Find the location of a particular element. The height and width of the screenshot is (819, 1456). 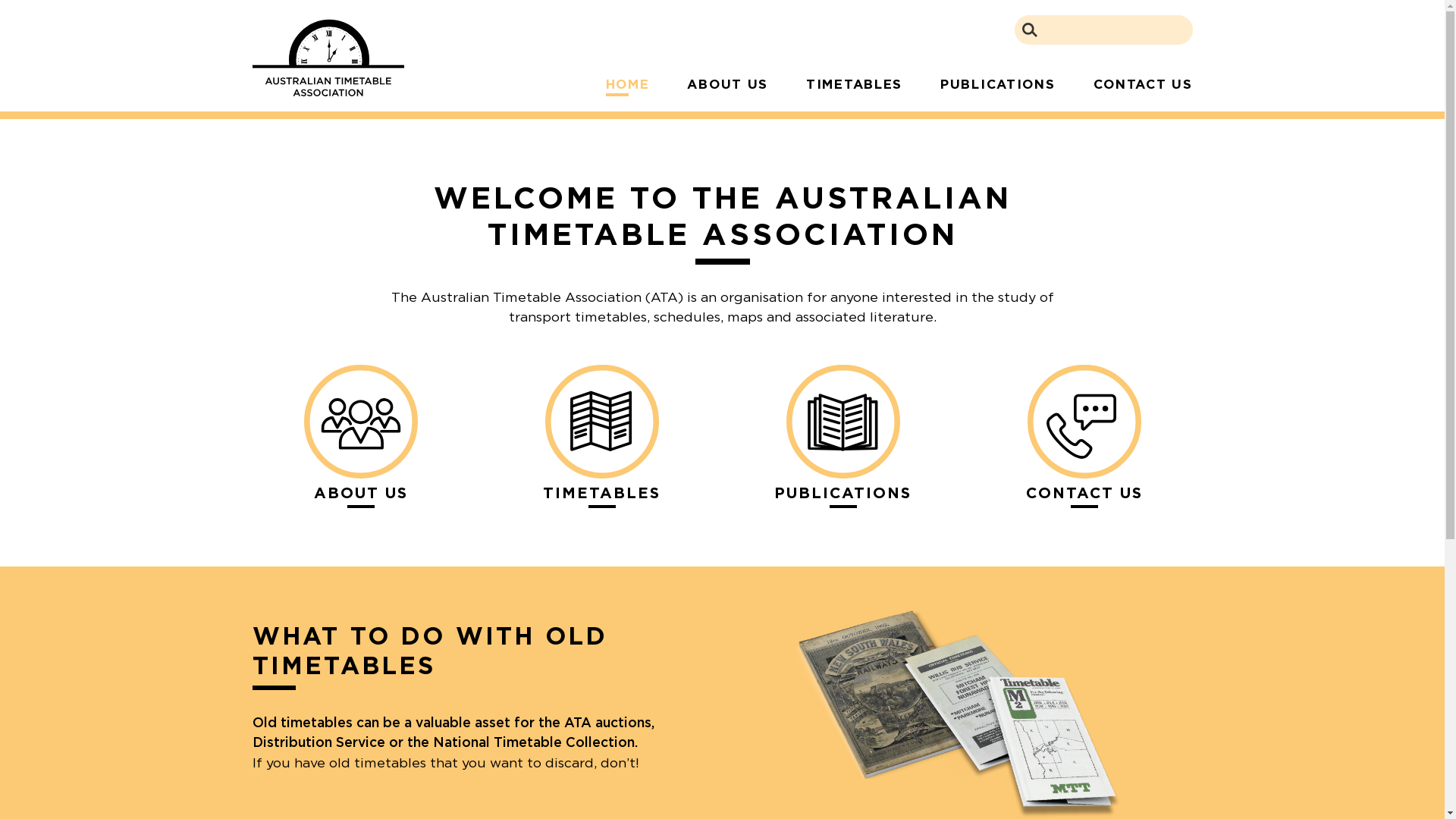

'HOME' is located at coordinates (637, 86).